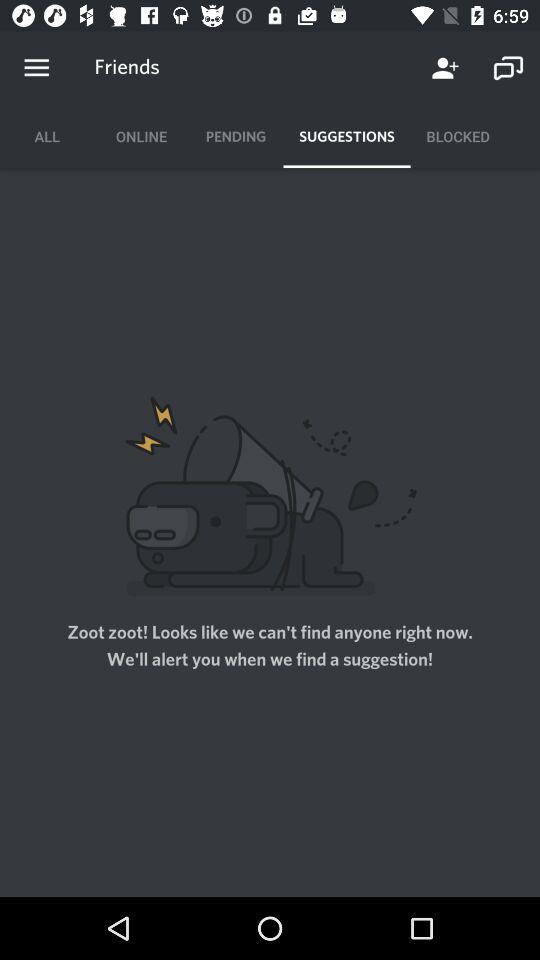 This screenshot has width=540, height=960. What do you see at coordinates (445, 68) in the screenshot?
I see `the item next to the friends item` at bounding box center [445, 68].